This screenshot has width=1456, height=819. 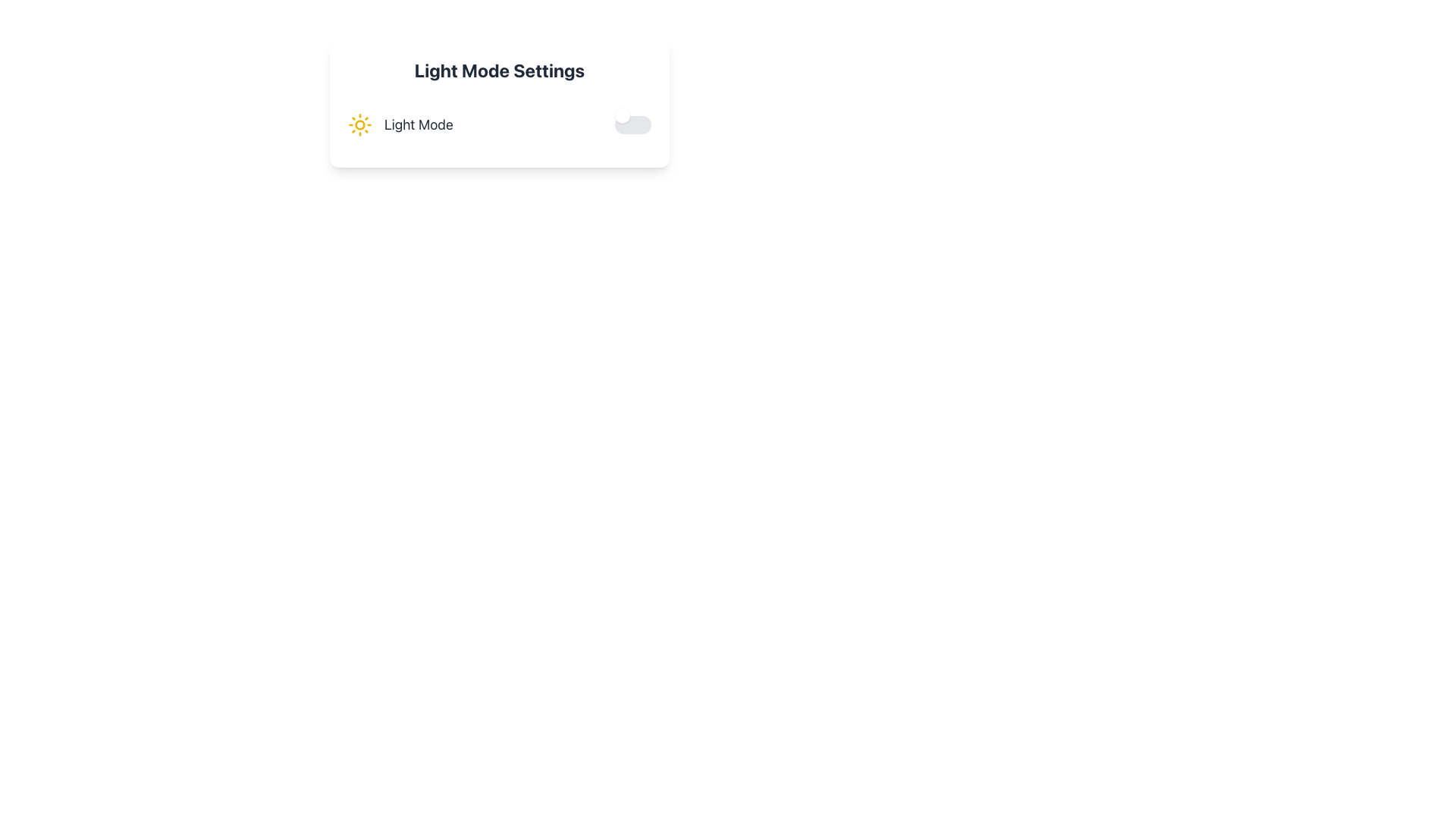 What do you see at coordinates (359, 124) in the screenshot?
I see `the graphical decorative element that represents the sun, located at the center of the sun graphic within the 'Light Mode Settings' card interface` at bounding box center [359, 124].